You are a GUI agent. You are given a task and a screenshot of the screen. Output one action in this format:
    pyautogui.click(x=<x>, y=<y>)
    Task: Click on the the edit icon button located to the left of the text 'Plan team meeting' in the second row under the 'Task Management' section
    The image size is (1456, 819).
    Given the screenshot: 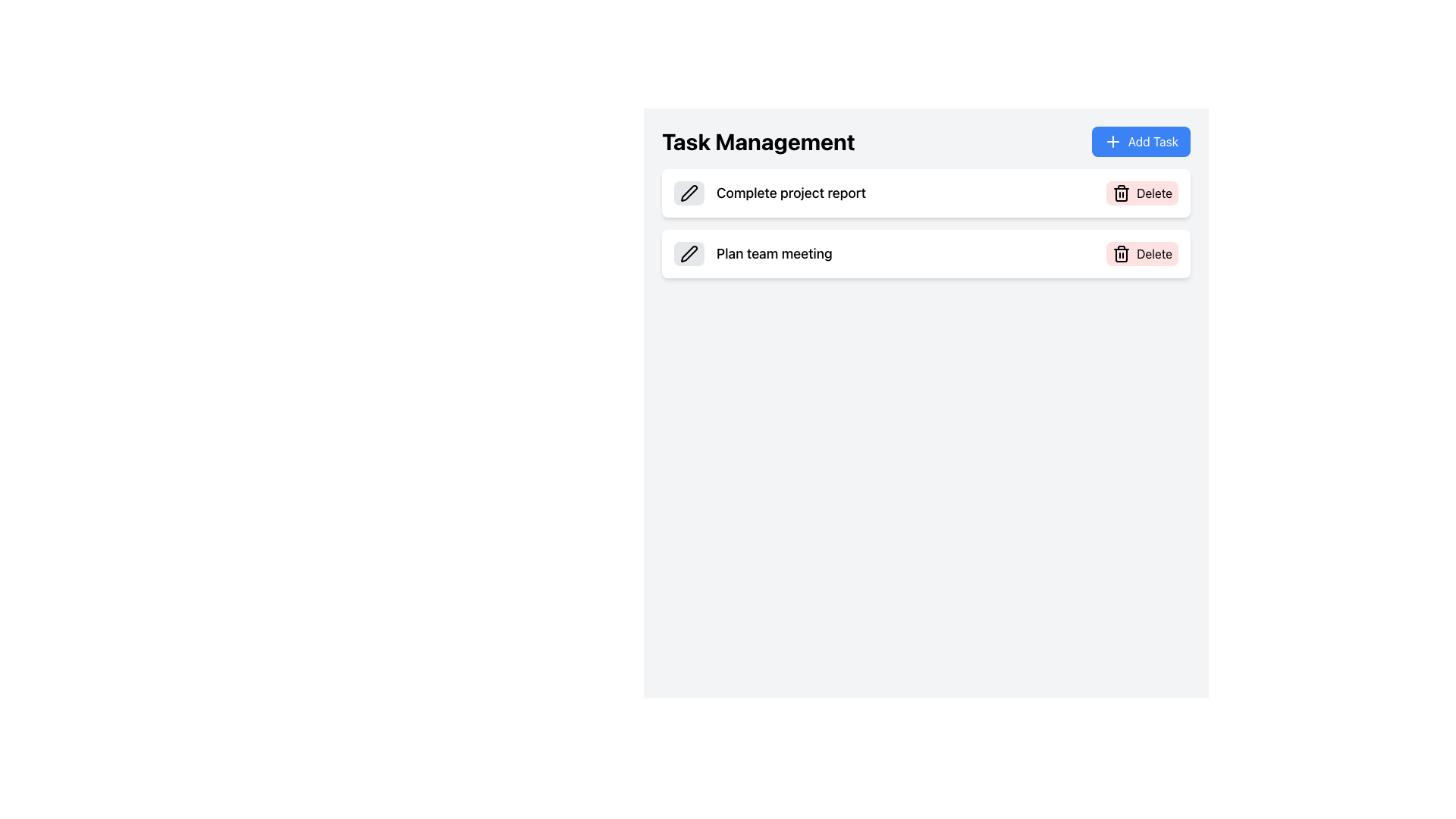 What is the action you would take?
    pyautogui.click(x=688, y=253)
    